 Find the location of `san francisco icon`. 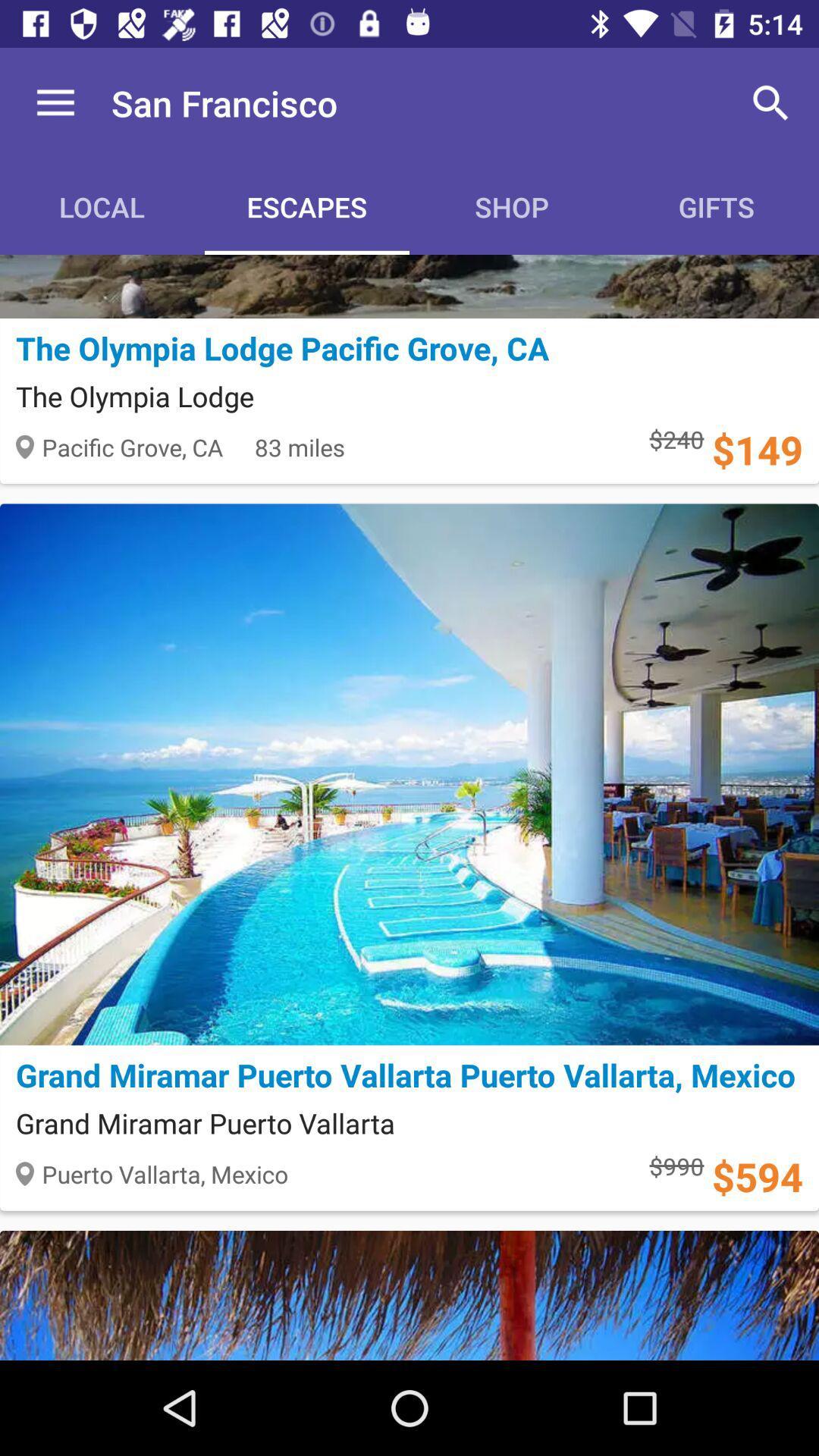

san francisco icon is located at coordinates (224, 102).